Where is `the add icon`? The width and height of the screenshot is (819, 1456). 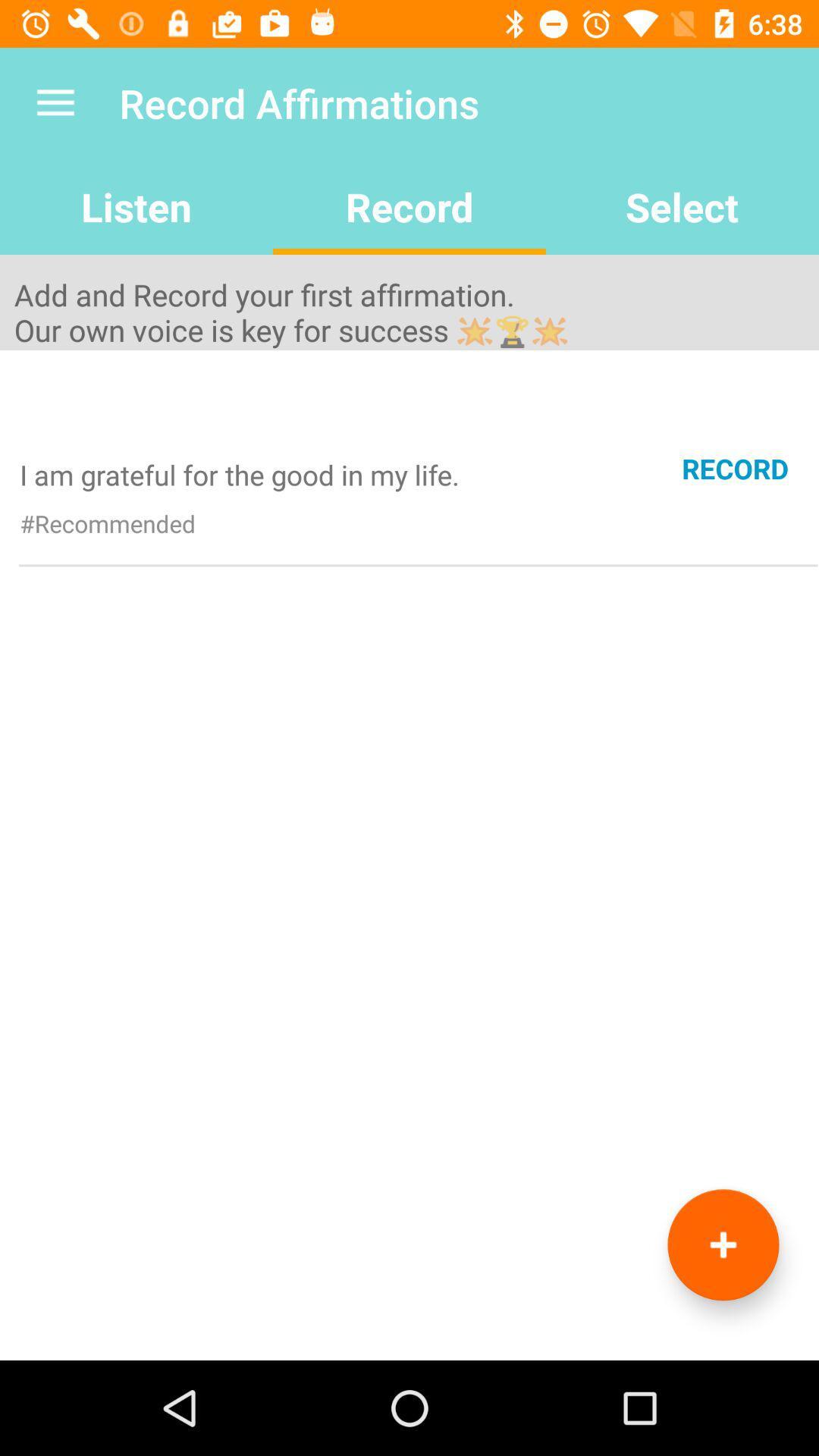
the add icon is located at coordinates (722, 1244).